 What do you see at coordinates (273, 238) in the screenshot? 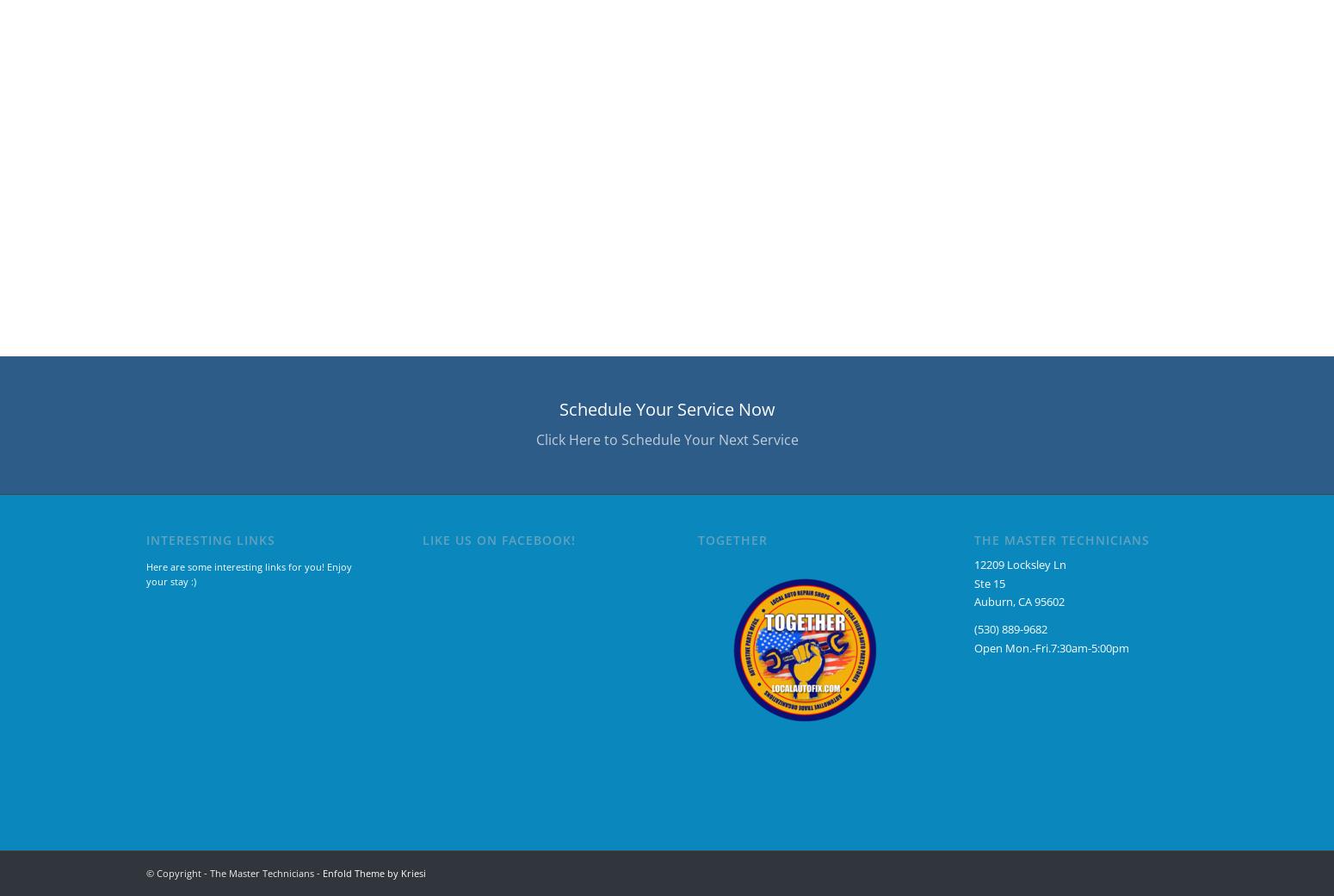
I see `'Team'` at bounding box center [273, 238].